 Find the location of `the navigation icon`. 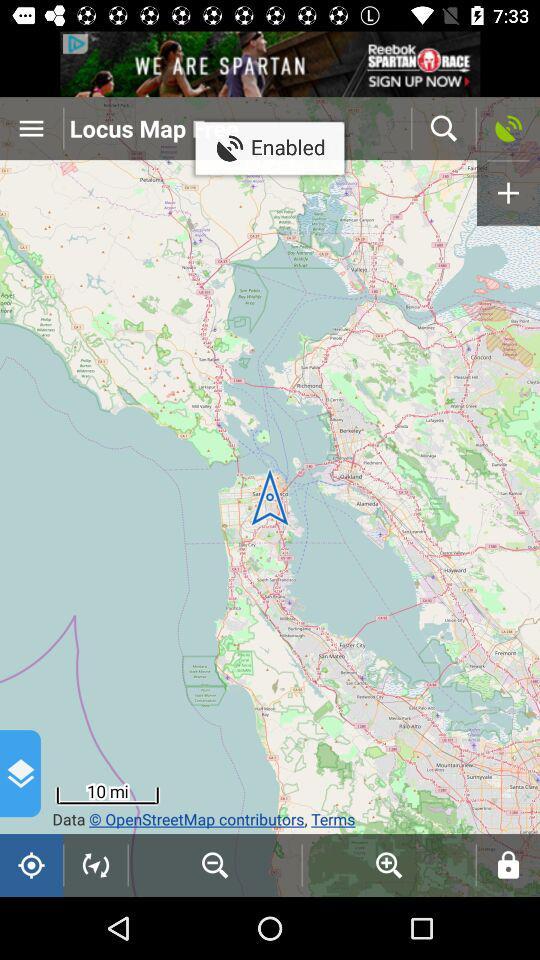

the navigation icon is located at coordinates (95, 864).